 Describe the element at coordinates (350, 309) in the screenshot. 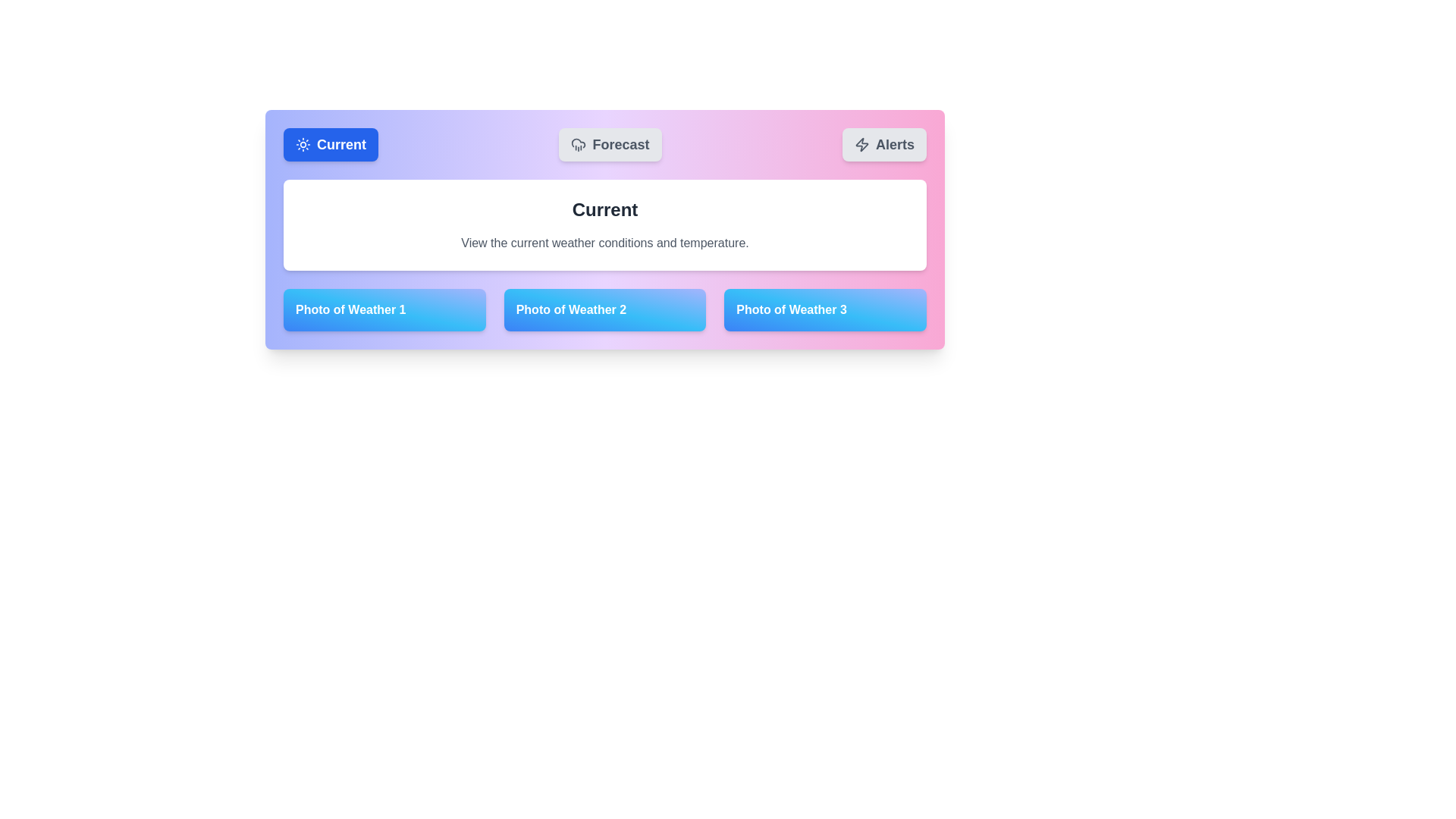

I see `text label that categorizes the content as 'Weather 1', located in the first panel beneath the 'Current' section` at that location.